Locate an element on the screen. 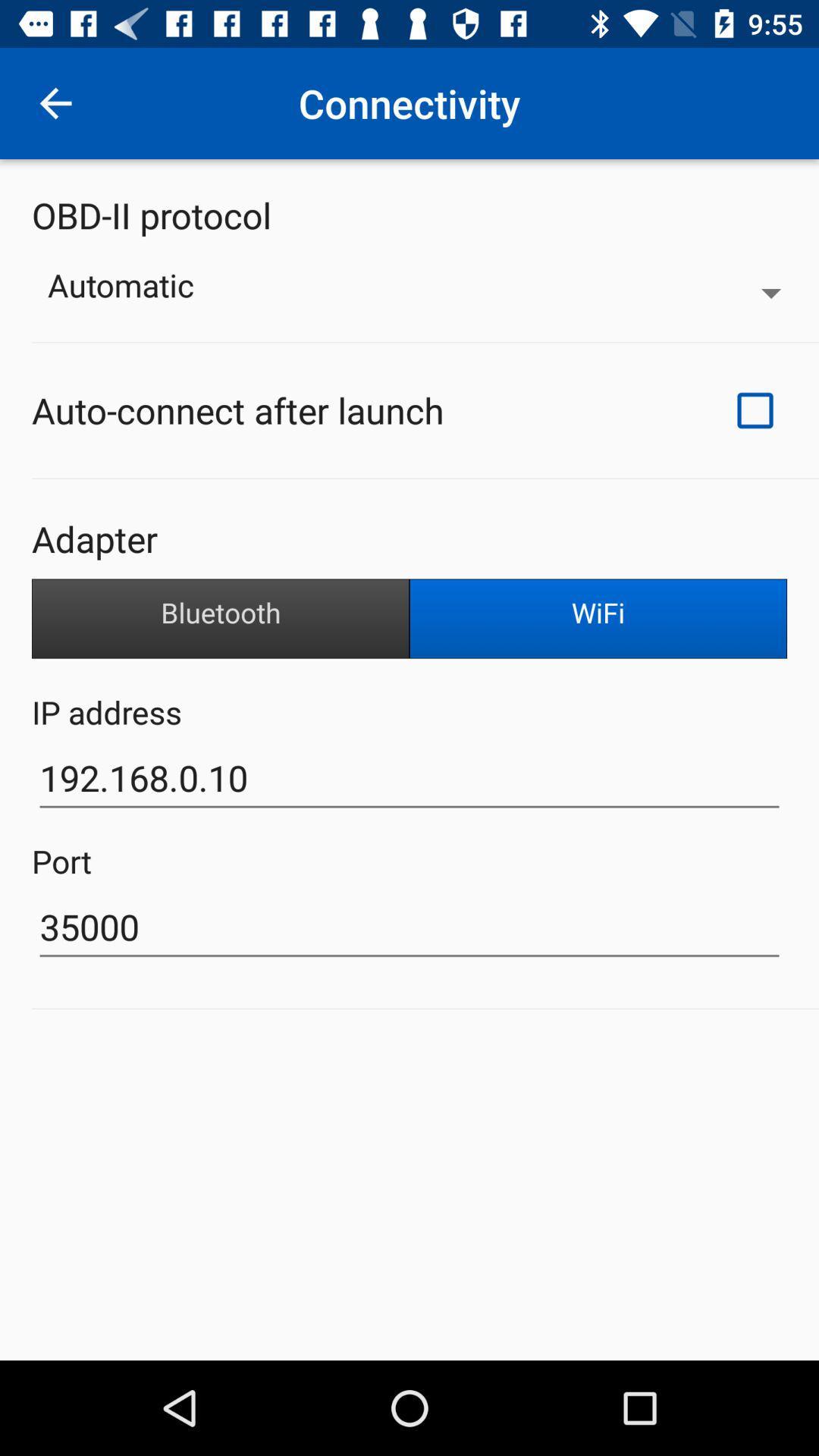  the item below the adapter item is located at coordinates (598, 619).